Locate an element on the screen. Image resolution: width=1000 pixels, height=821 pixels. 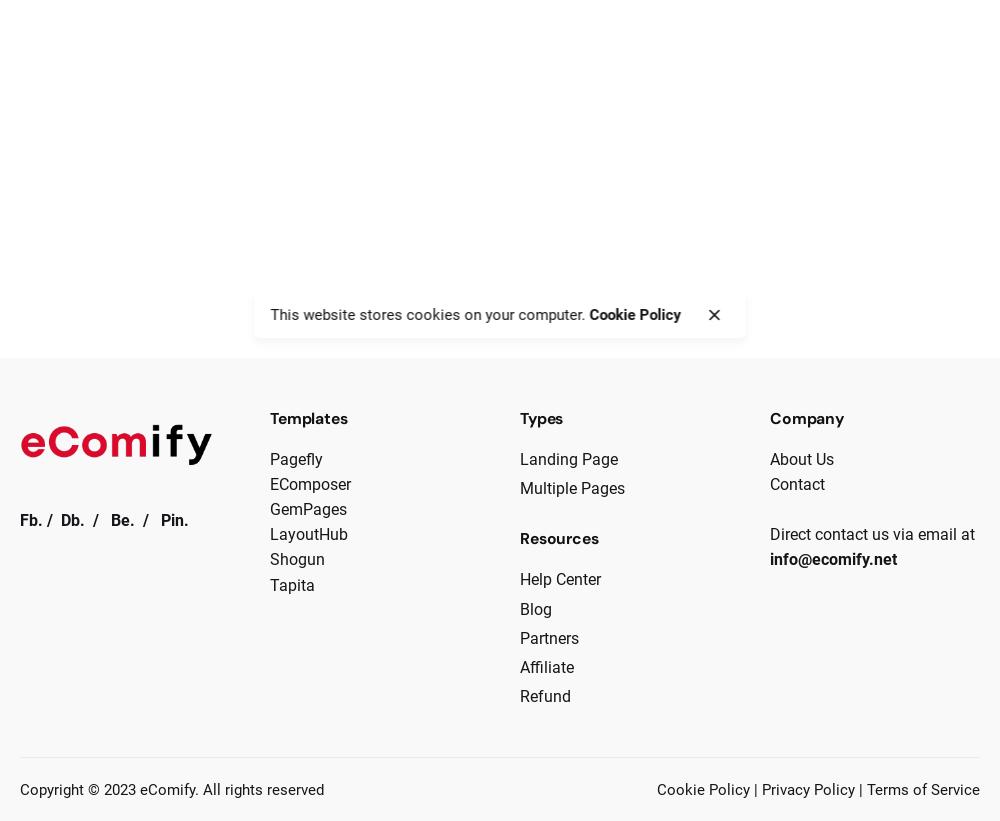
'. All rights reserved' is located at coordinates (259, 788).